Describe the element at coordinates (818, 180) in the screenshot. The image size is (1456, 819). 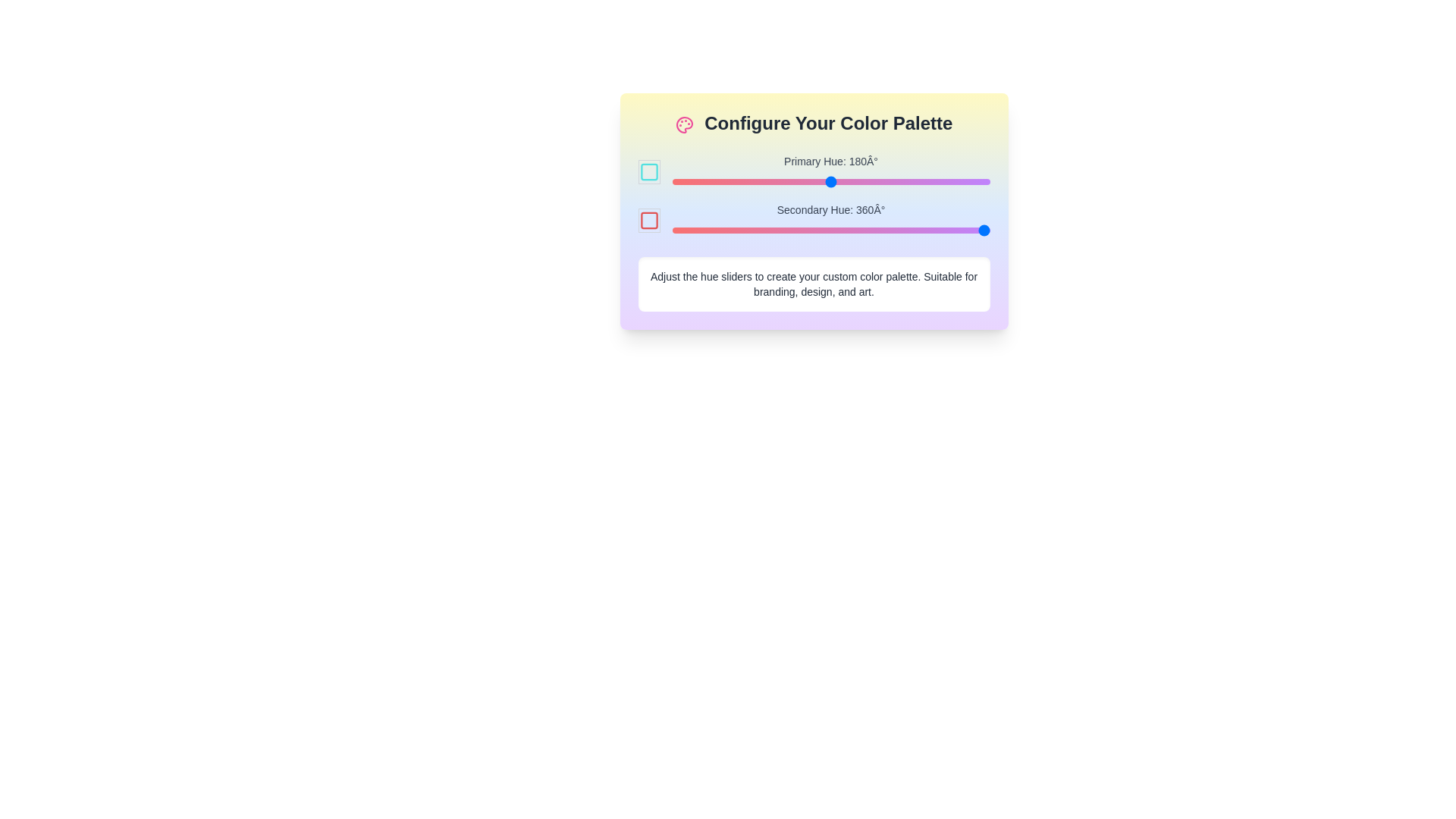
I see `the primary hue slider to 167 degrees` at that location.